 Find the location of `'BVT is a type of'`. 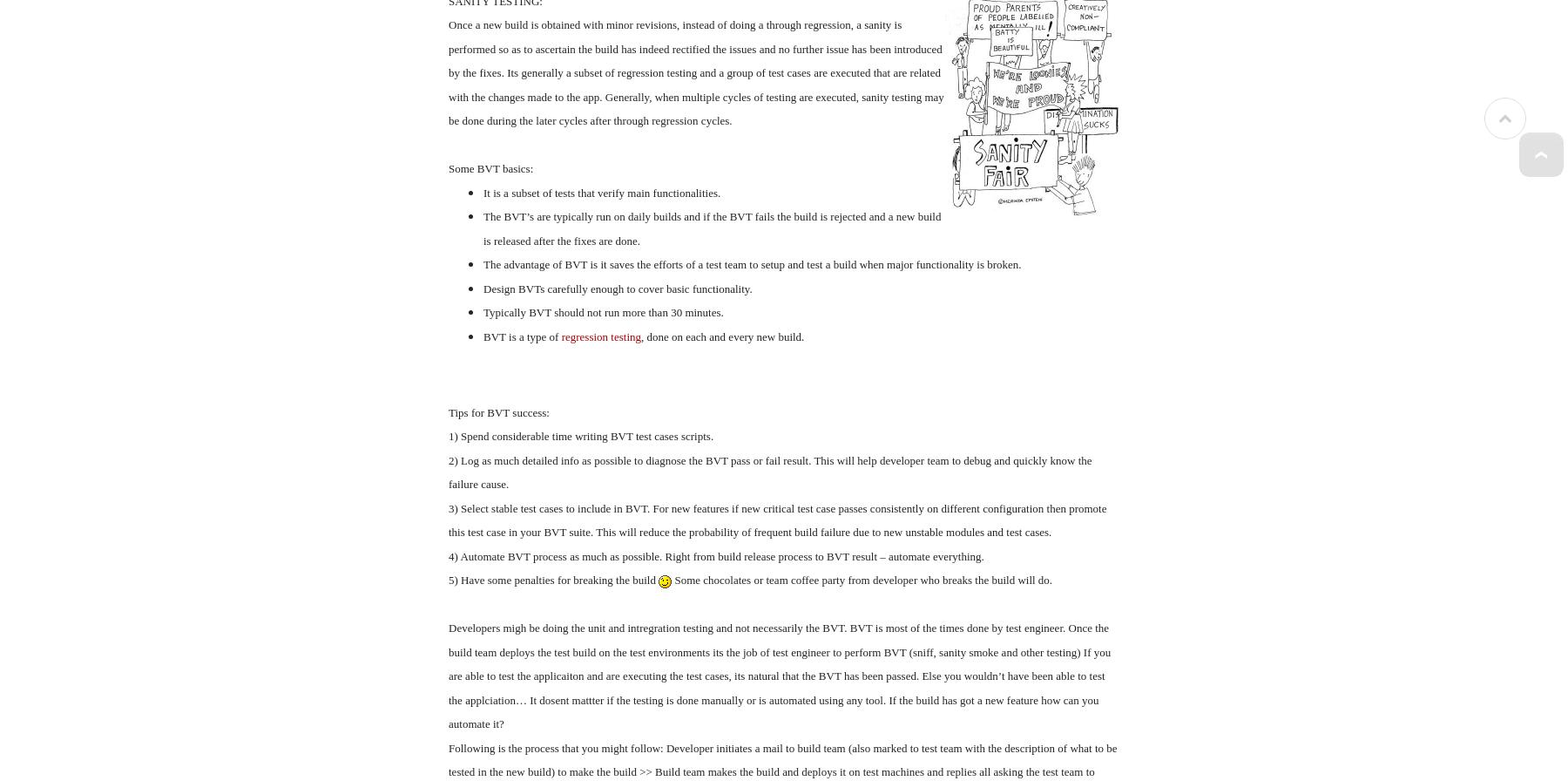

'BVT is a type of' is located at coordinates (522, 336).